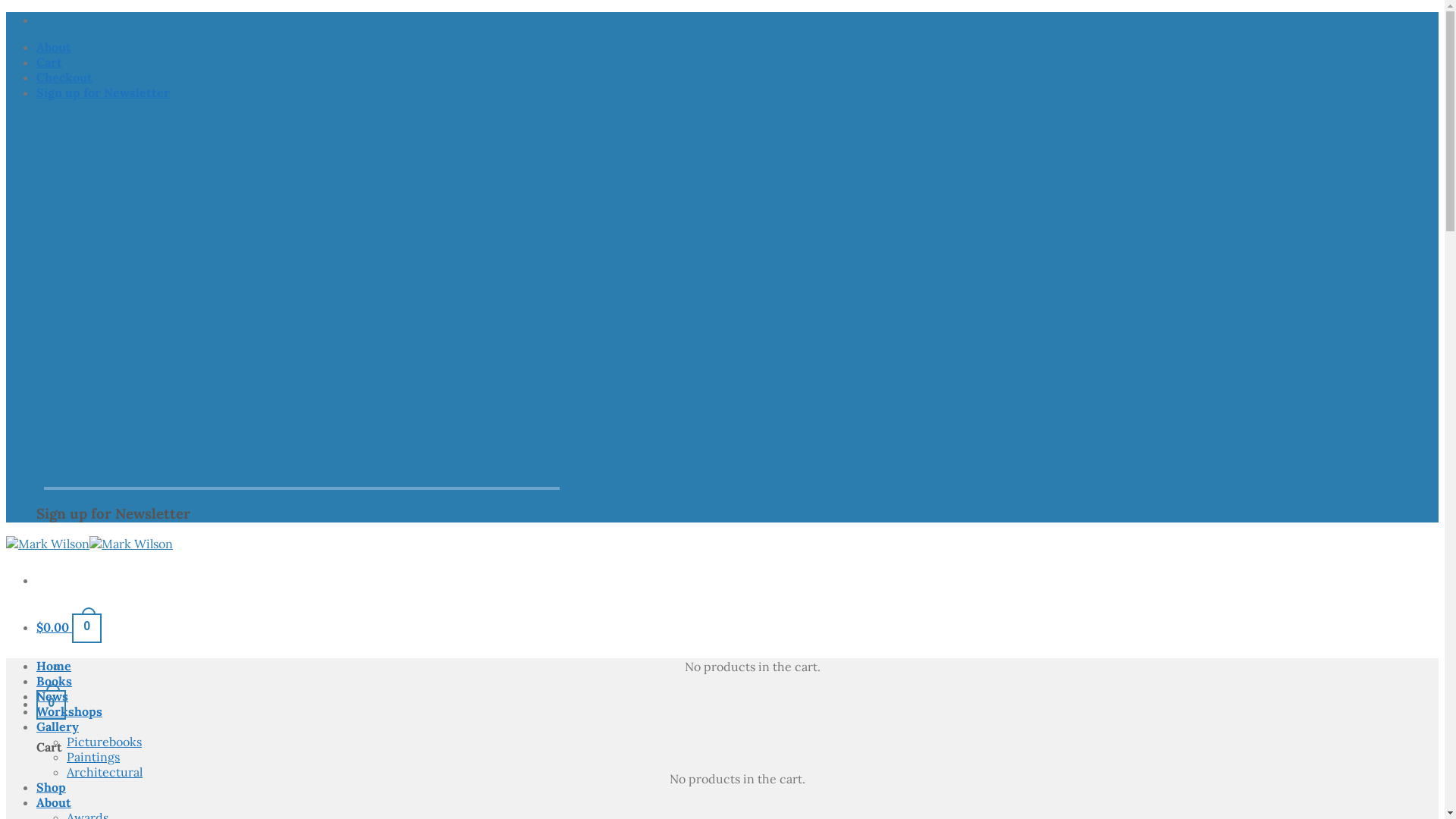  Describe the element at coordinates (64, 77) in the screenshot. I see `'Checkout'` at that location.